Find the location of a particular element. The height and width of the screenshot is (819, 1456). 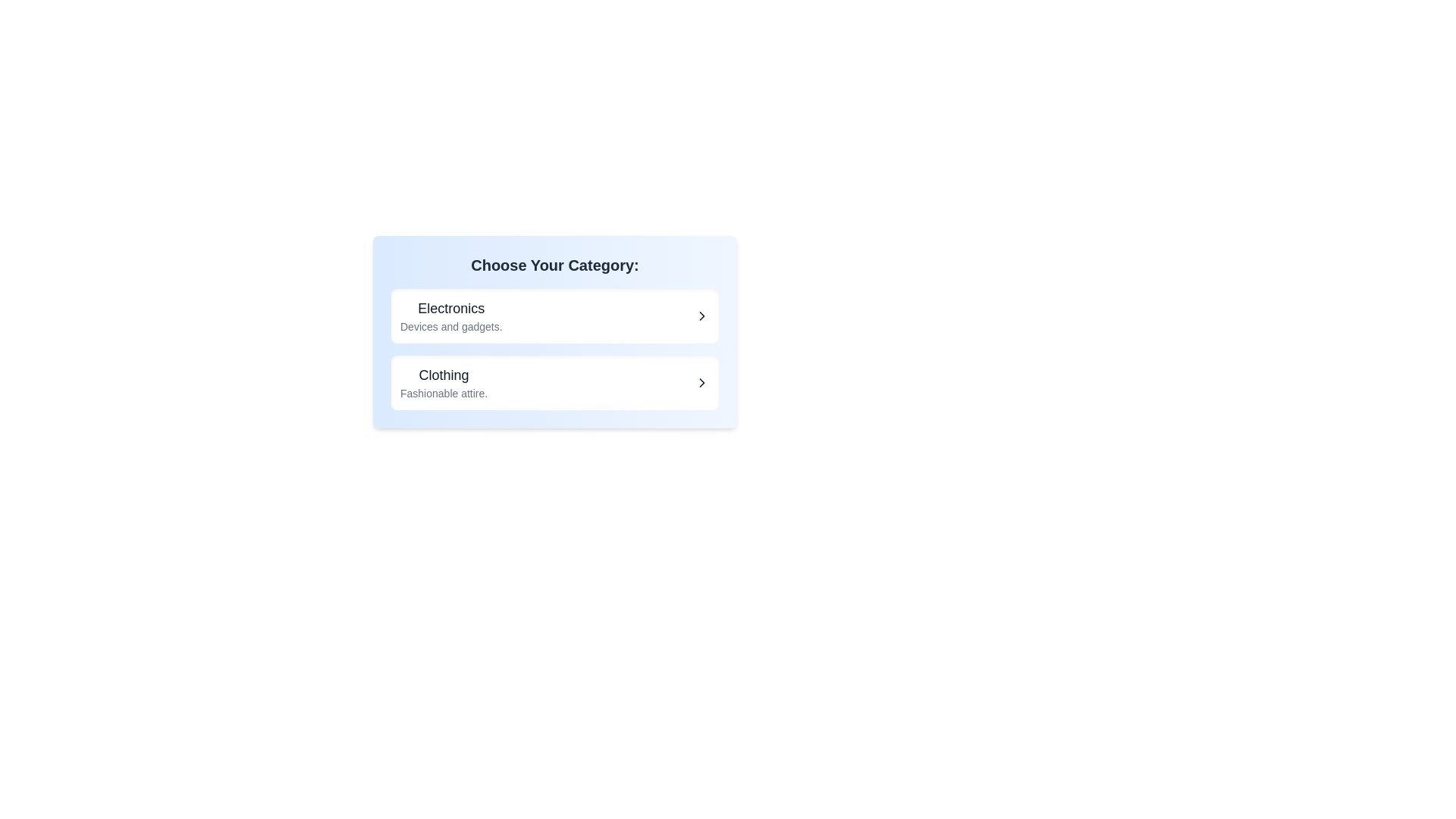

the navigation indicator icon located at the far-right side of the 'Electronics' section, which suggests further details or actions related to this category is located at coordinates (701, 315).